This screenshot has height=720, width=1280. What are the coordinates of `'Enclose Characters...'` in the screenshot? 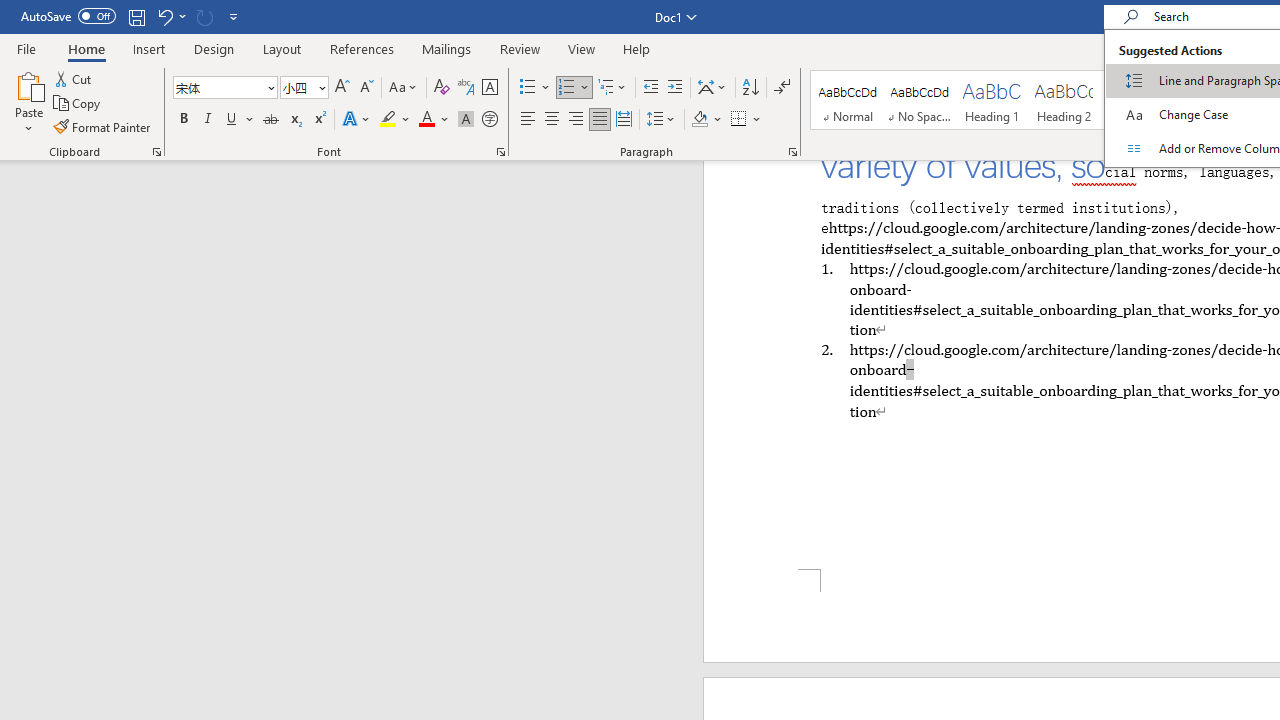 It's located at (489, 119).